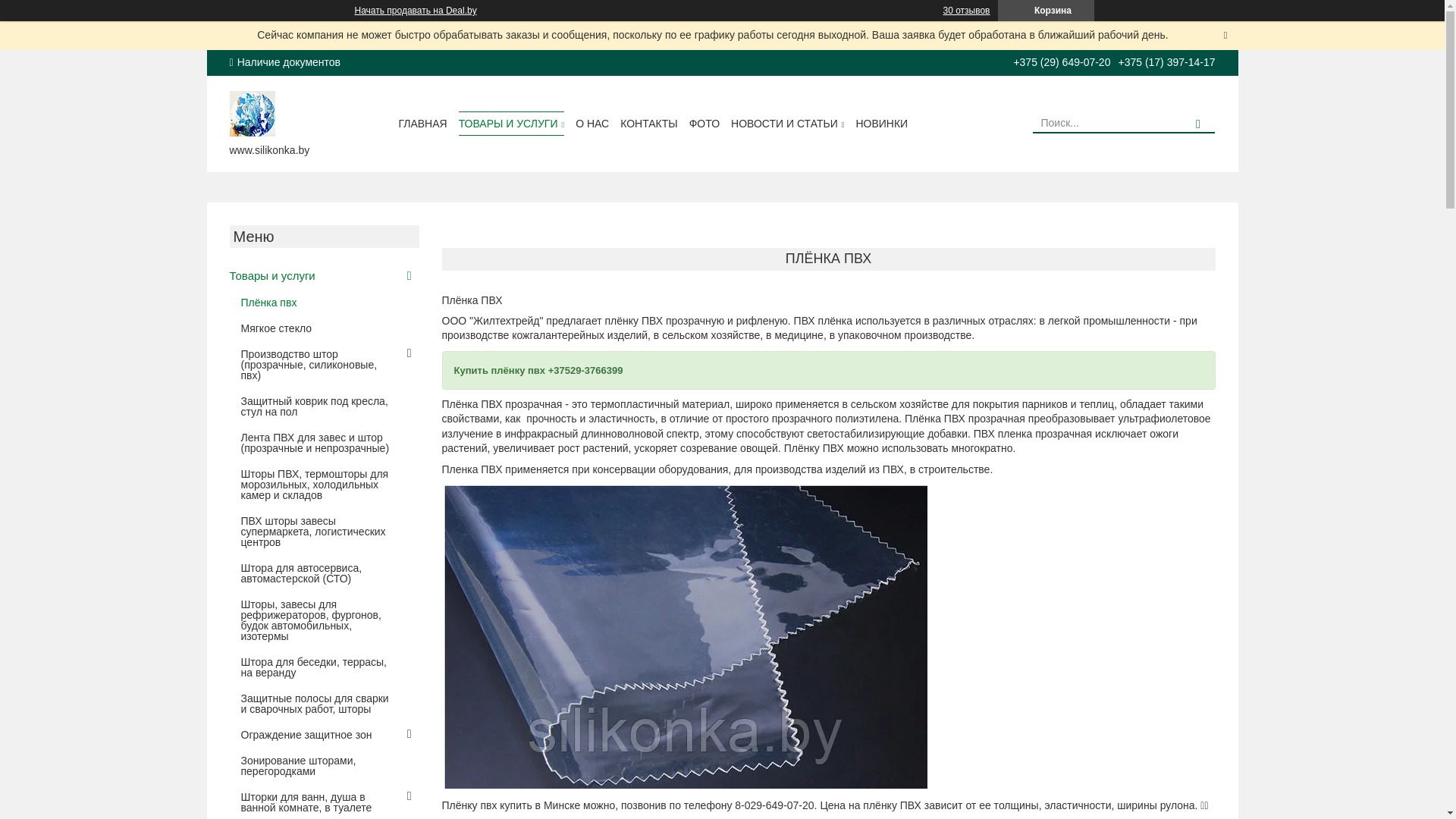 The image size is (1456, 819). What do you see at coordinates (251, 111) in the screenshot?
I see `'silikonka.by'` at bounding box center [251, 111].